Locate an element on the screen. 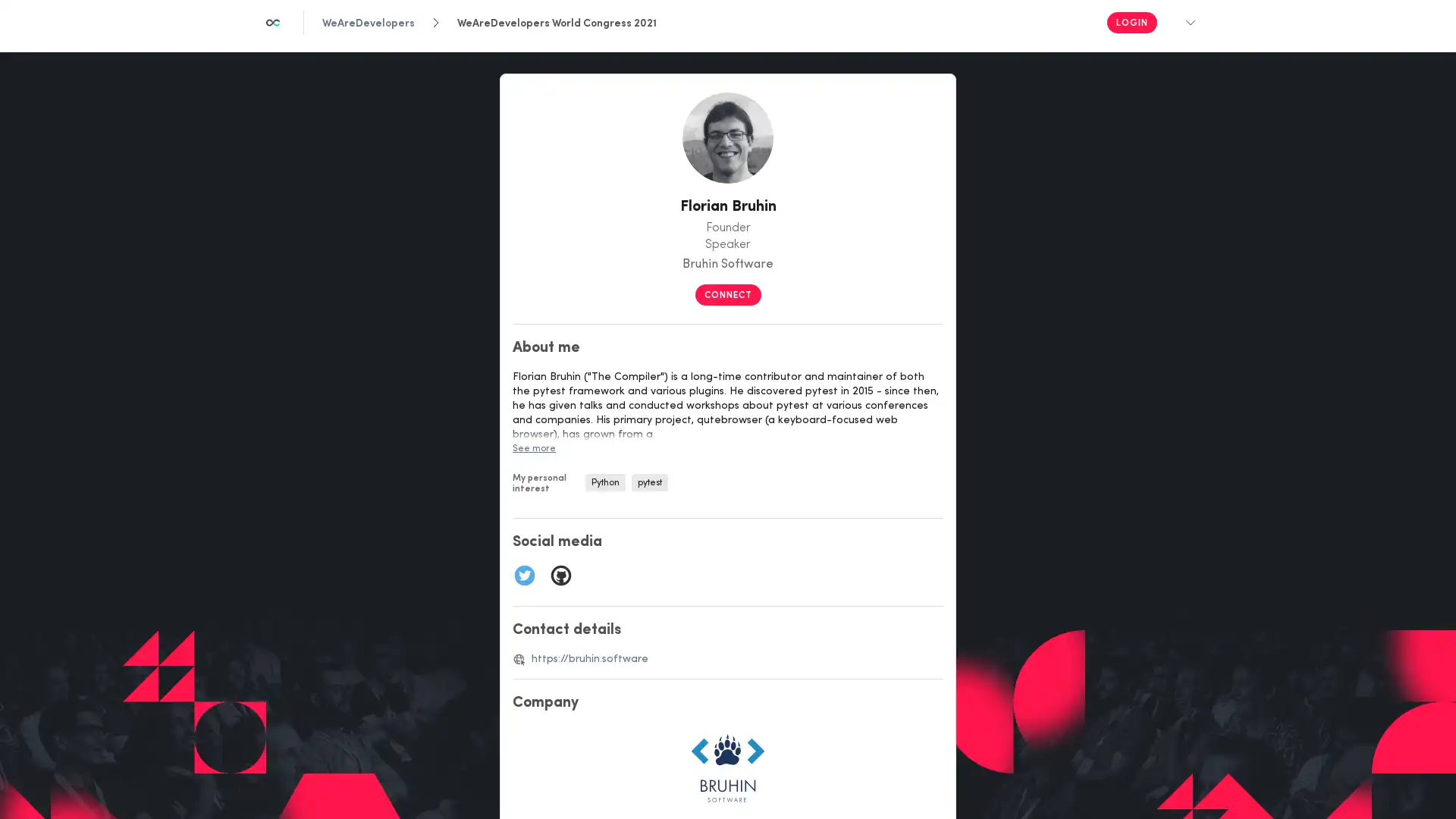 Image resolution: width=1456 pixels, height=819 pixels. CONNECT is located at coordinates (726, 321).